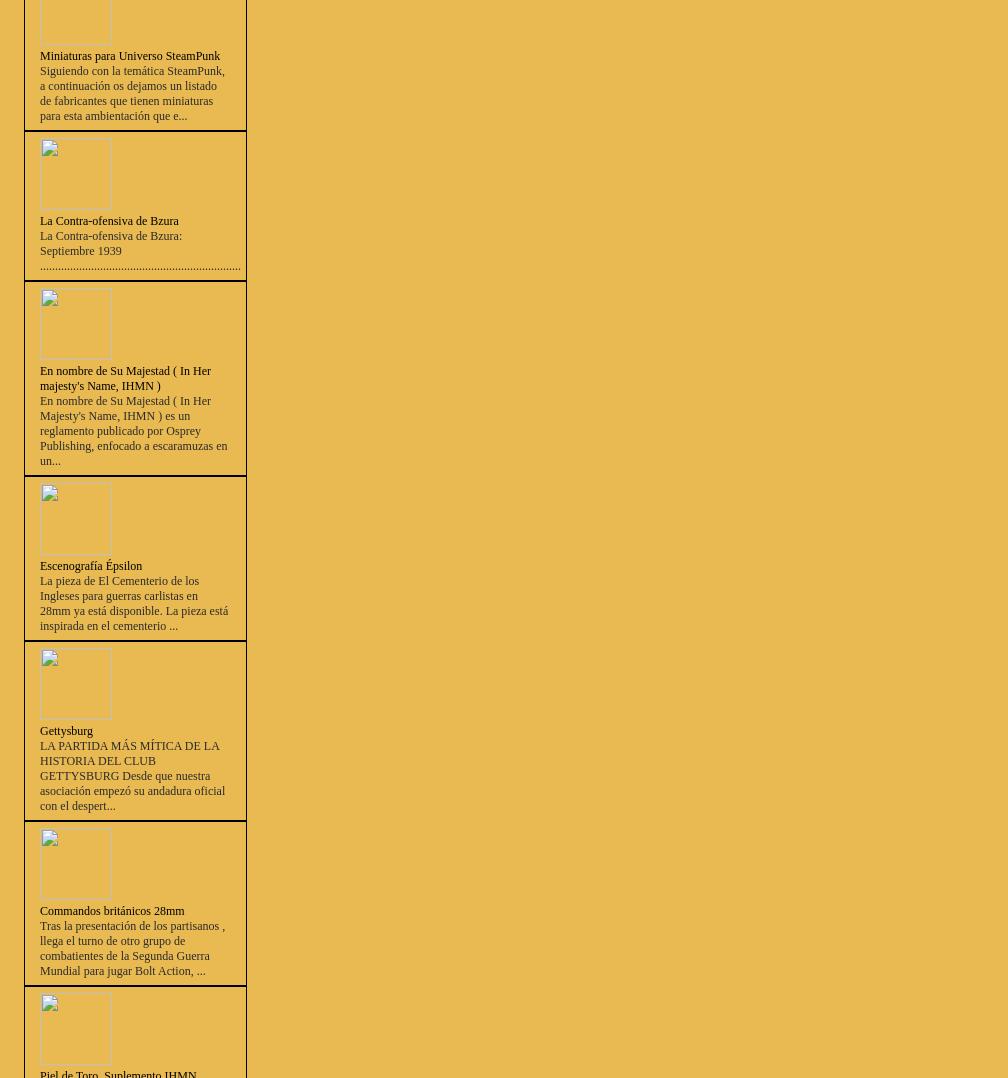 The width and height of the screenshot is (1008, 1078). Describe the element at coordinates (130, 55) in the screenshot. I see `'Miniaturas para Universo SteamPunk'` at that location.